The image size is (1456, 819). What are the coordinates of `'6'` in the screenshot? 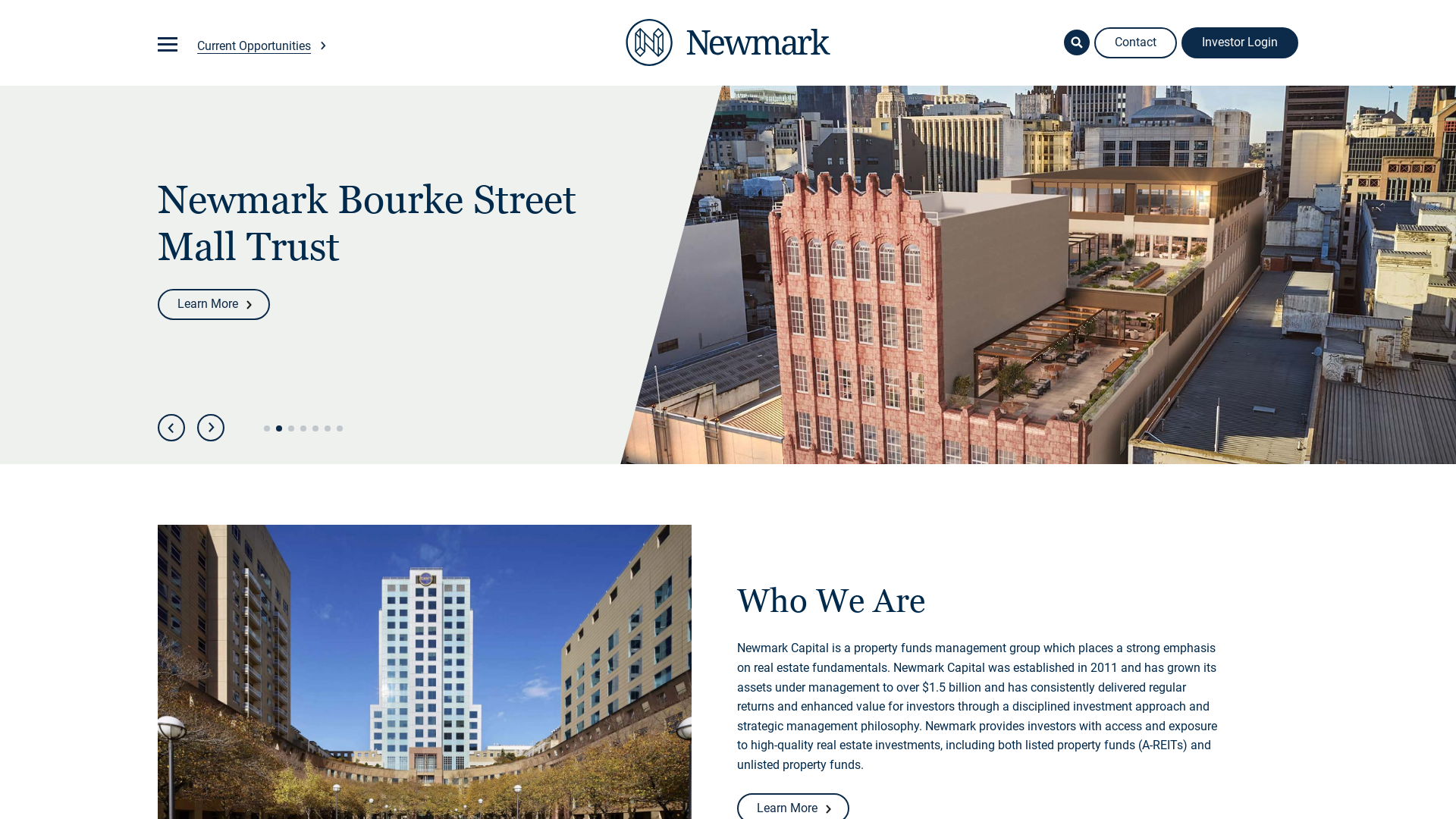 It's located at (328, 426).